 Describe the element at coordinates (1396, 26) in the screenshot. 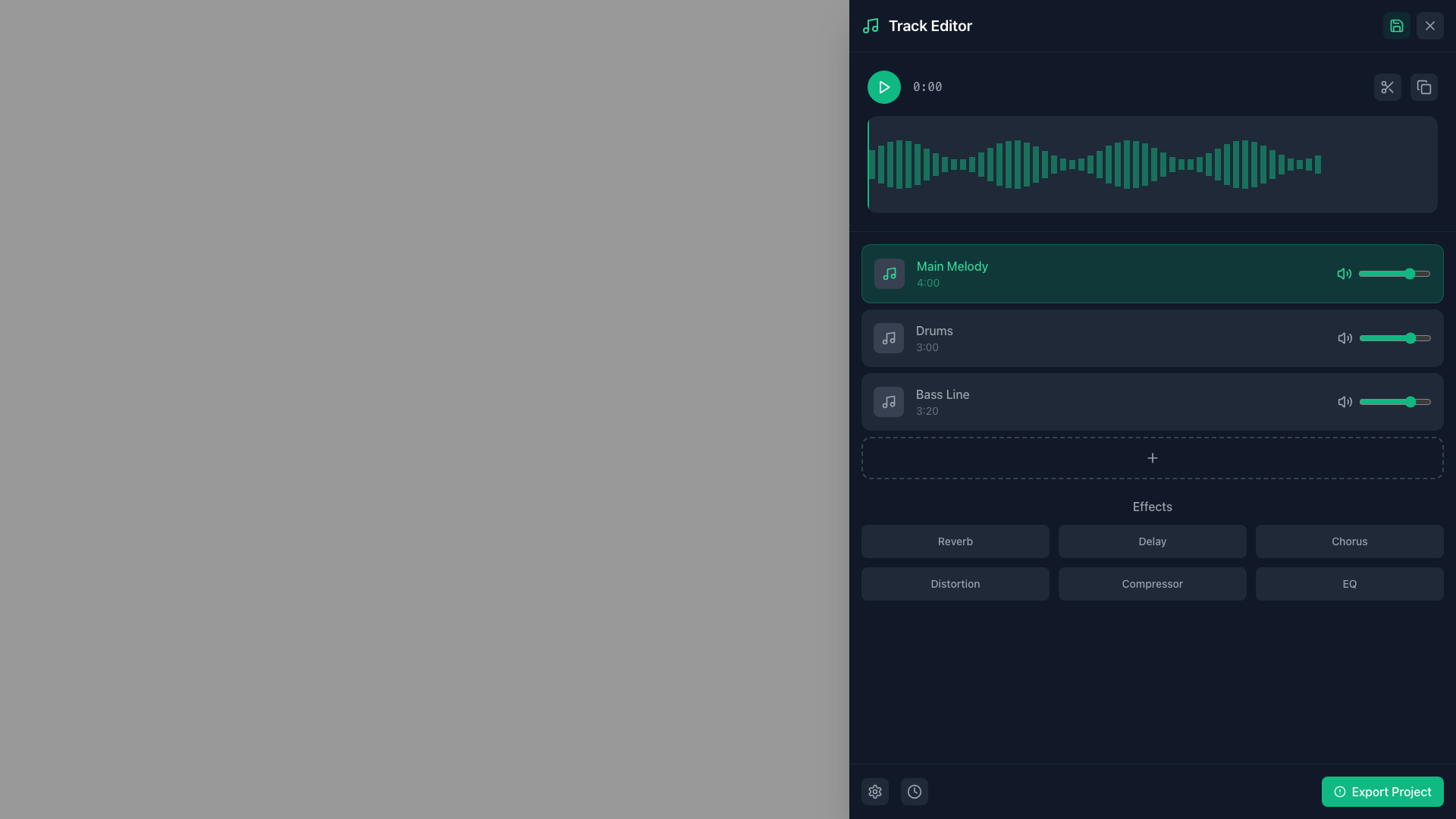

I see `the save icon located in the top-right corner of the interface` at that location.